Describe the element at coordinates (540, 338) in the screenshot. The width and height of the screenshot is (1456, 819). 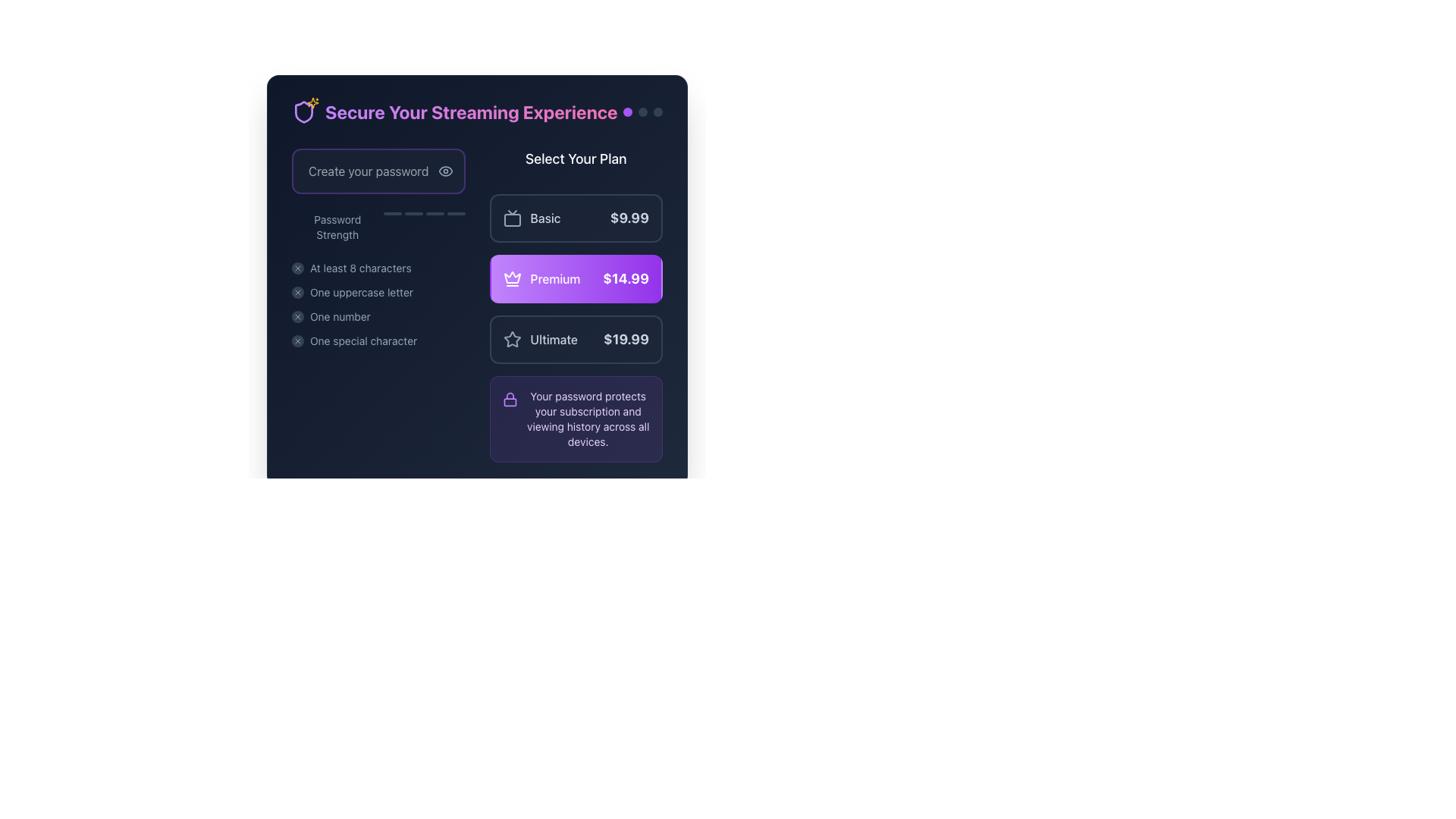
I see `the 'Ultimate' subscription plan option, which is the third element in the vertical list of subscription plans located under the section 'Select Your Plan', adjacent to the text '$19.99'` at that location.